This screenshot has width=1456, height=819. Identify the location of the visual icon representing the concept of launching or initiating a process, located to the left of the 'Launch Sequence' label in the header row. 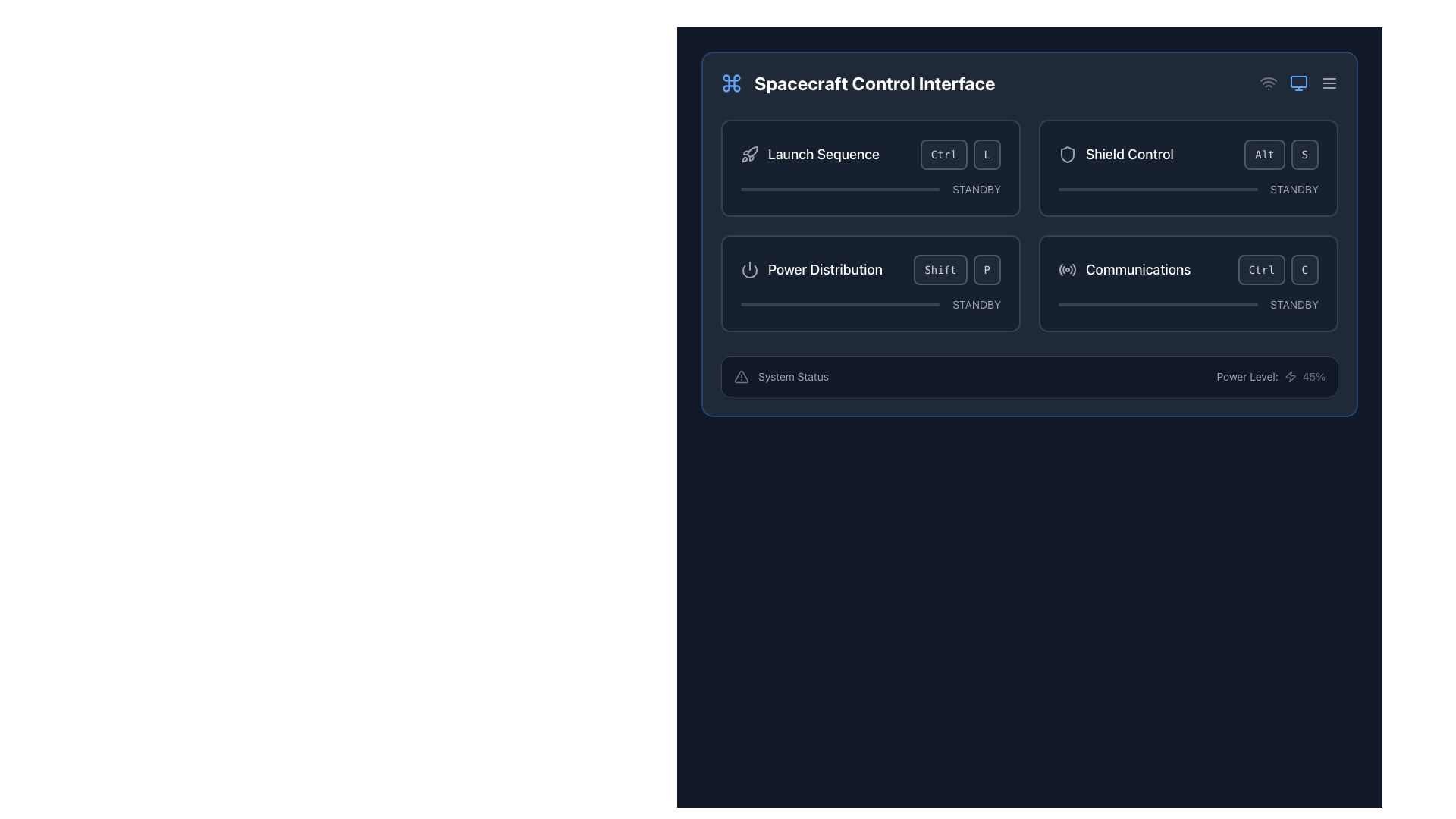
(749, 155).